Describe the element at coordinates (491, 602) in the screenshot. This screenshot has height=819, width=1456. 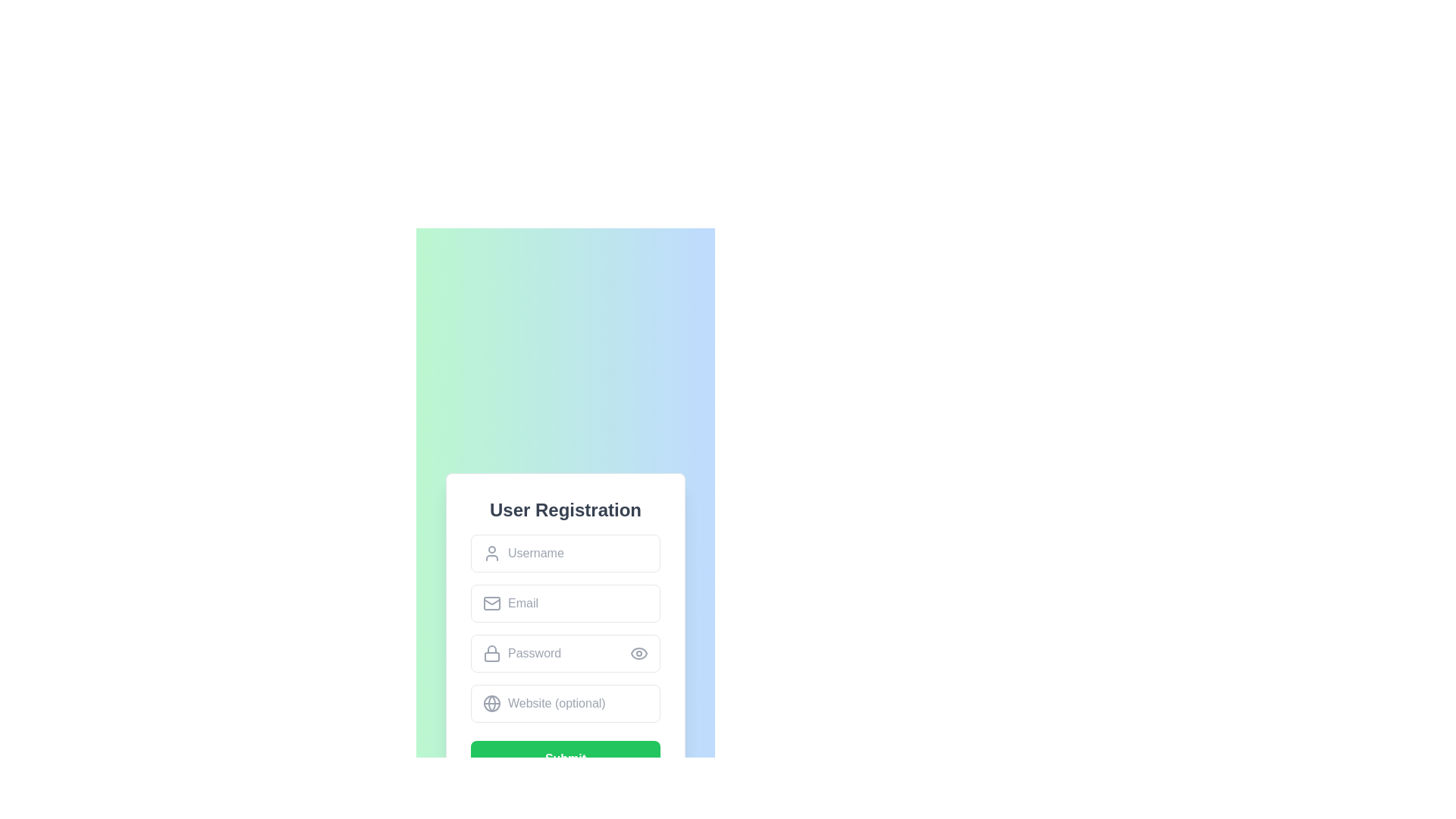
I see `the envelope icon which contains the main rectangular section with rounded corners` at that location.